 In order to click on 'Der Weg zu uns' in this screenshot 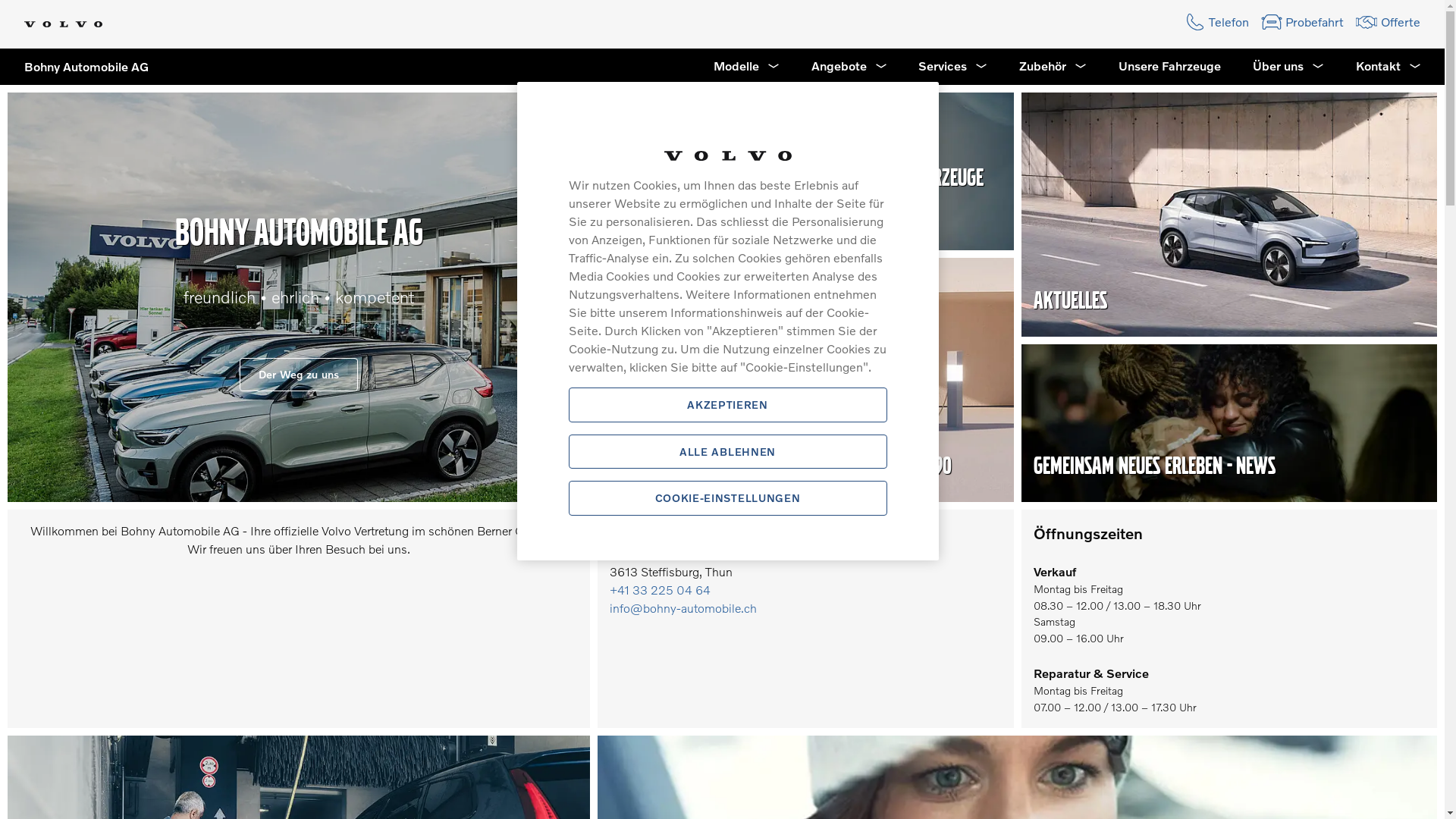, I will do `click(239, 374)`.